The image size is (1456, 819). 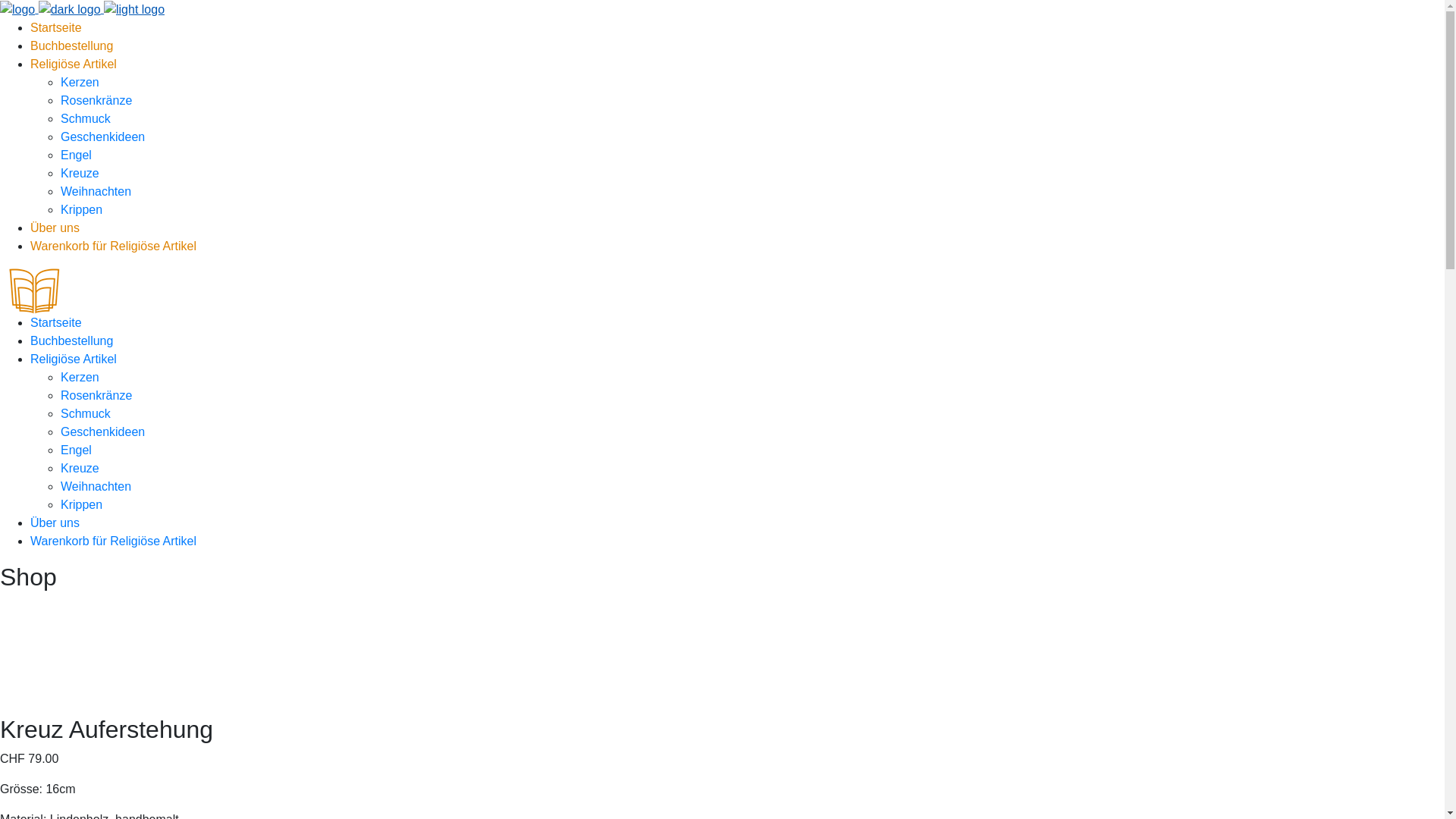 What do you see at coordinates (61, 136) in the screenshot?
I see `'Geschenkideen'` at bounding box center [61, 136].